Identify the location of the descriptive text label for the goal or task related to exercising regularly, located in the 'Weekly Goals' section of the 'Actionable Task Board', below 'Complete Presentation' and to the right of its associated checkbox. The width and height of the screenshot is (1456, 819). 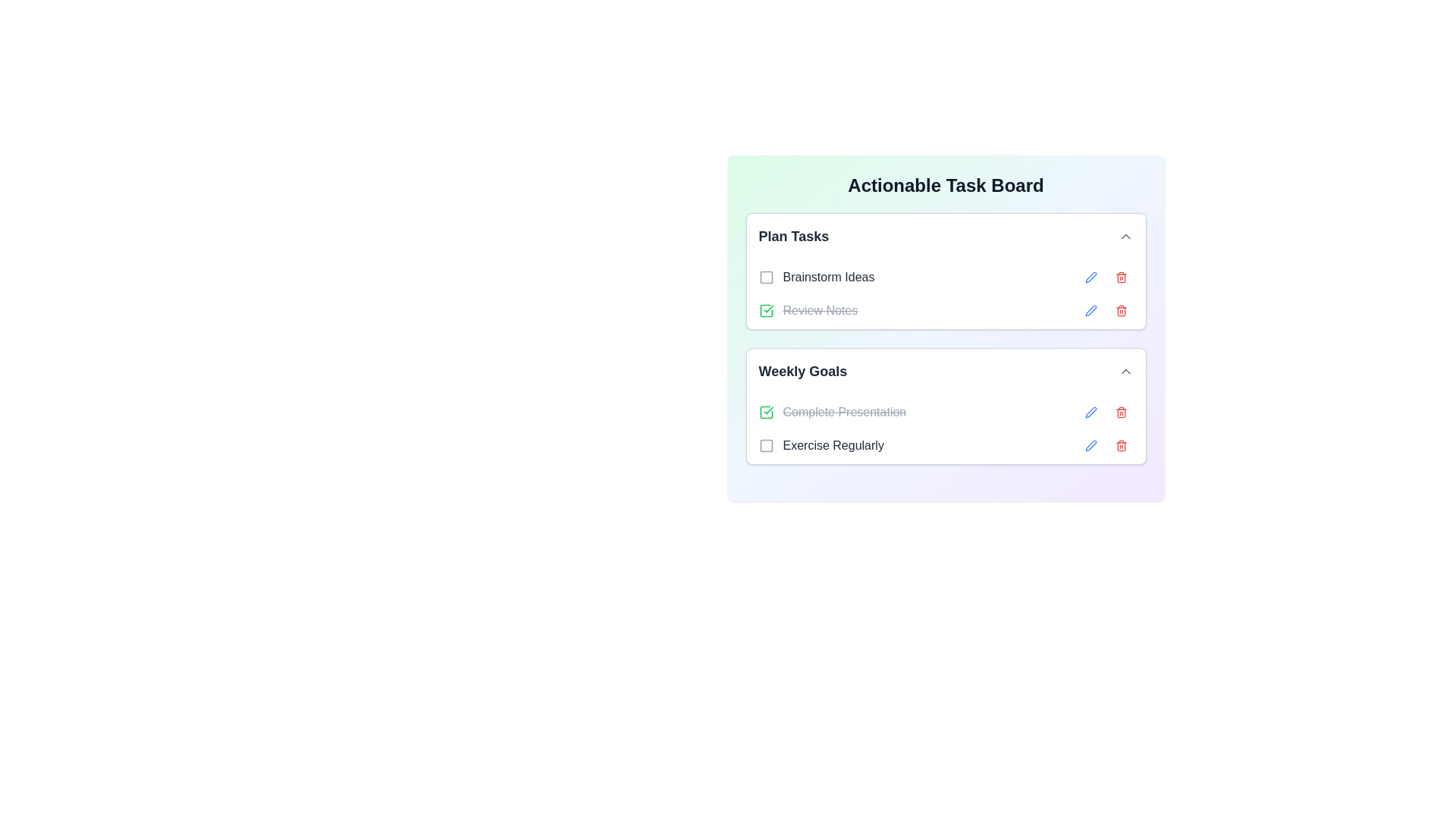
(821, 444).